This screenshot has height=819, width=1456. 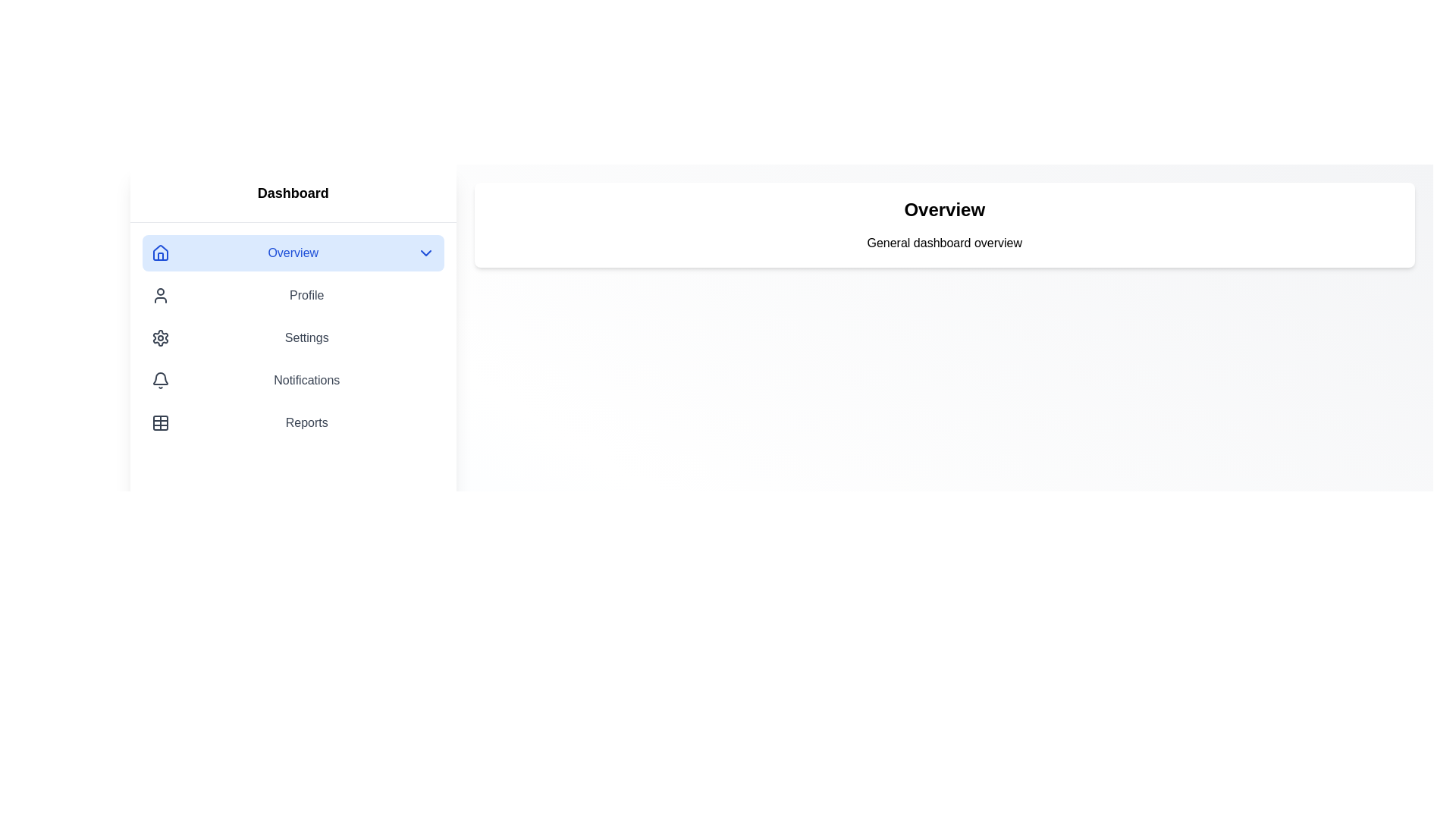 I want to click on the menu item Notifications in the sidebar to navigate to its respective content, so click(x=293, y=379).